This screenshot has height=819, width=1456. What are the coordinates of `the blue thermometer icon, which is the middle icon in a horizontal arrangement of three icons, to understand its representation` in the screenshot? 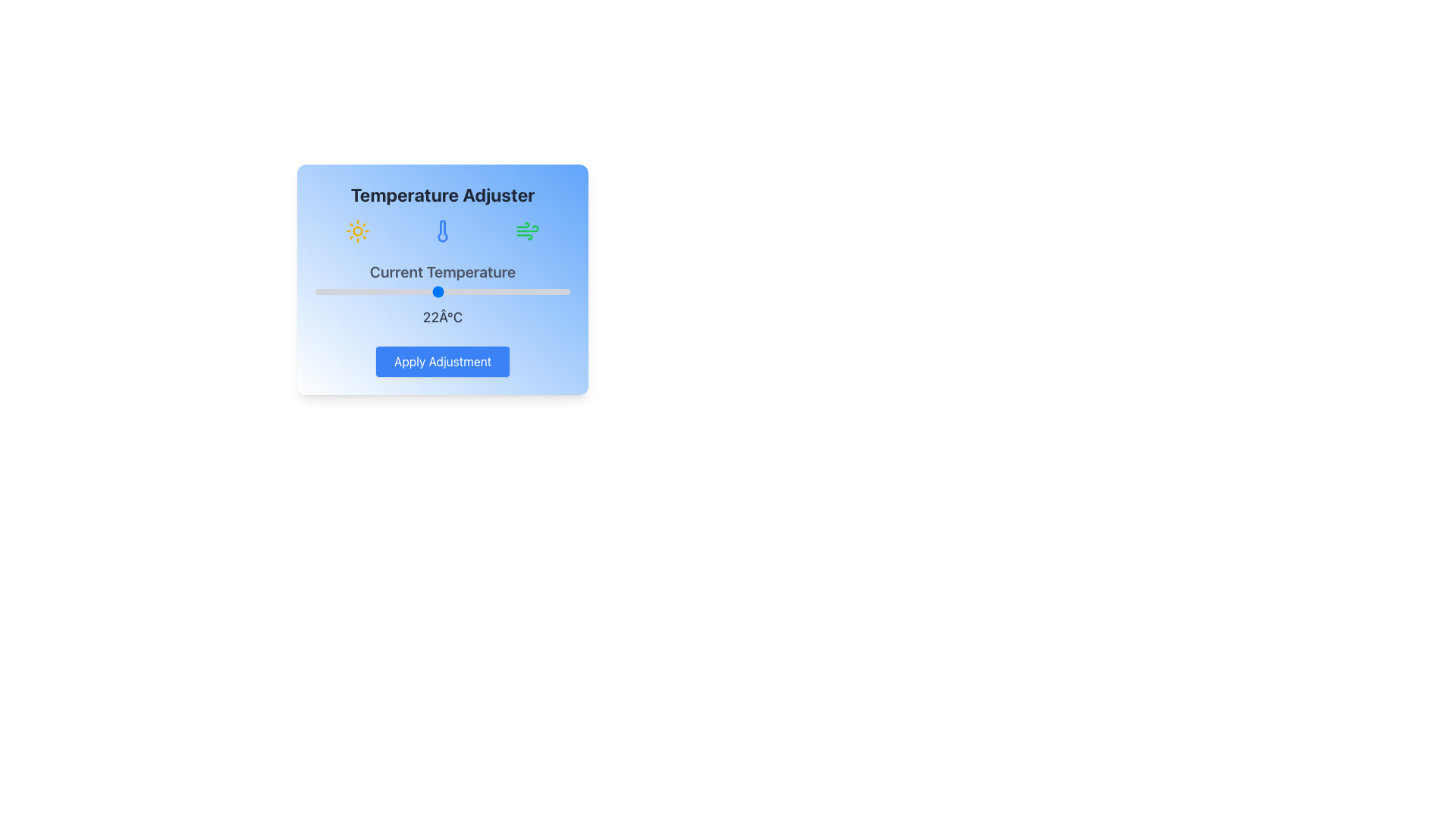 It's located at (442, 231).